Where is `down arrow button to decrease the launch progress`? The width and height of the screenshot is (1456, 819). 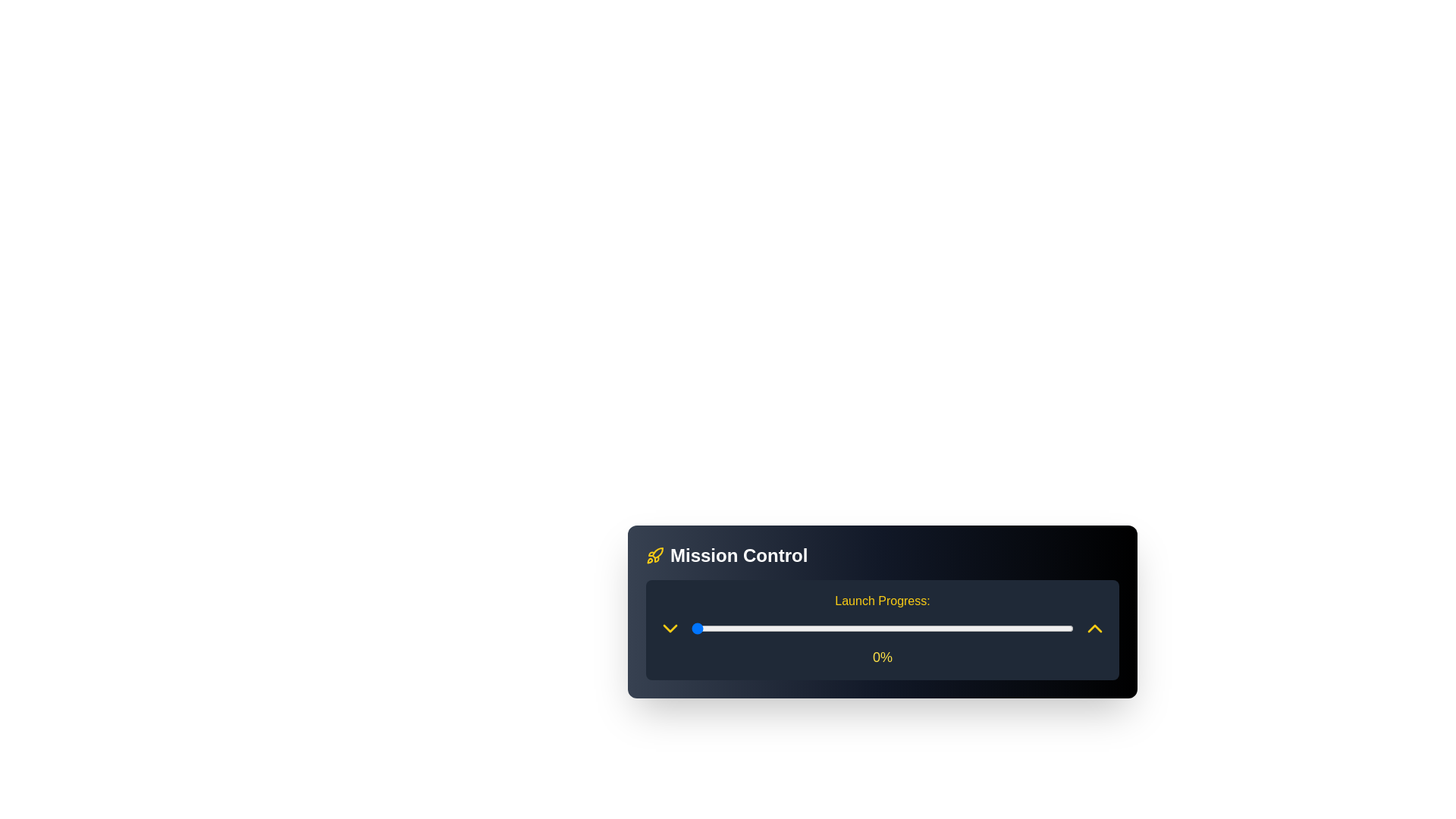
down arrow button to decrease the launch progress is located at coordinates (669, 629).